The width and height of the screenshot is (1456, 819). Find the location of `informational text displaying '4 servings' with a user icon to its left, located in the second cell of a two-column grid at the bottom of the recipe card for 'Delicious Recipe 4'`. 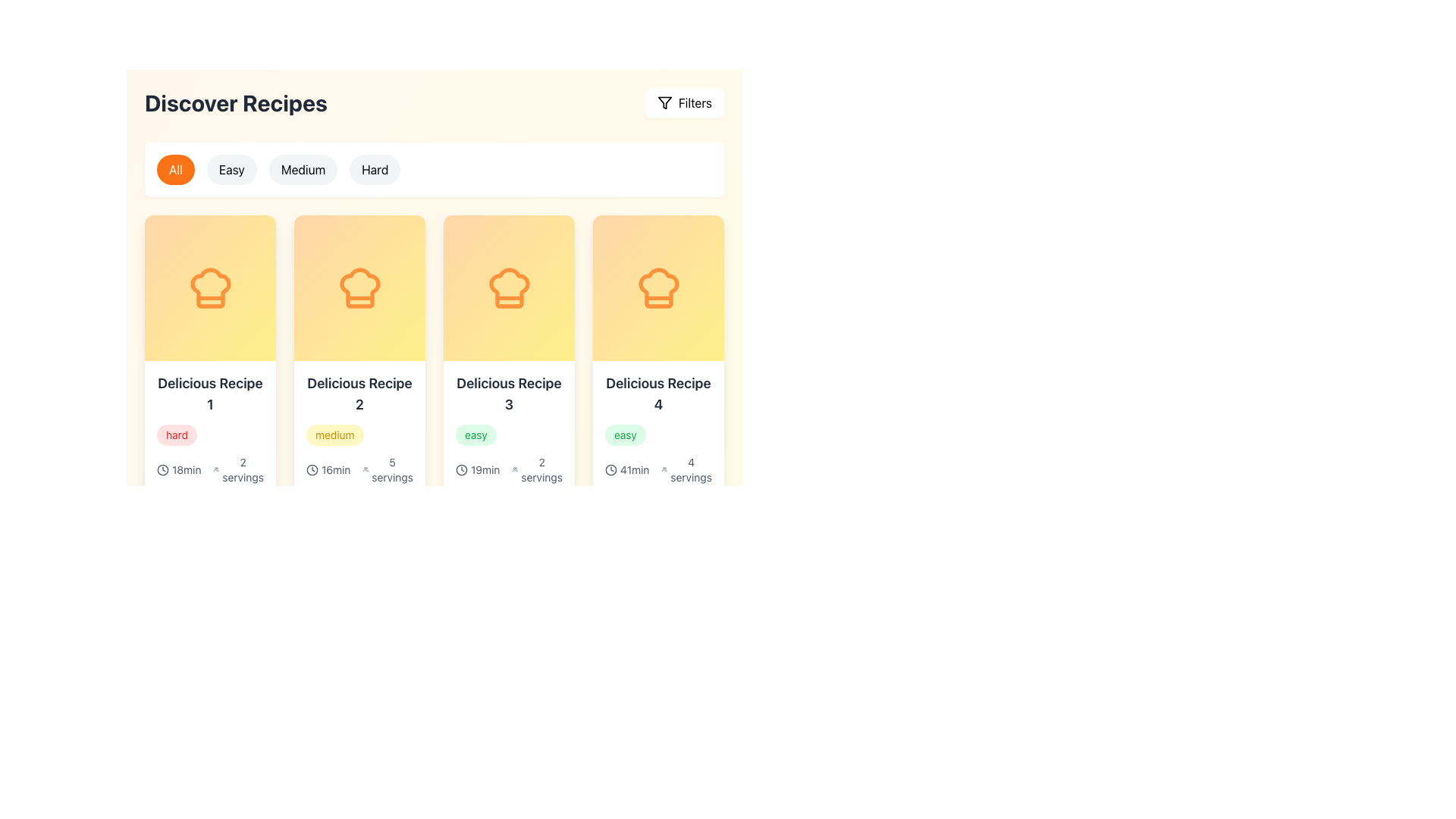

informational text displaying '4 servings' with a user icon to its left, located in the second cell of a two-column grid at the bottom of the recipe card for 'Delicious Recipe 4' is located at coordinates (686, 469).